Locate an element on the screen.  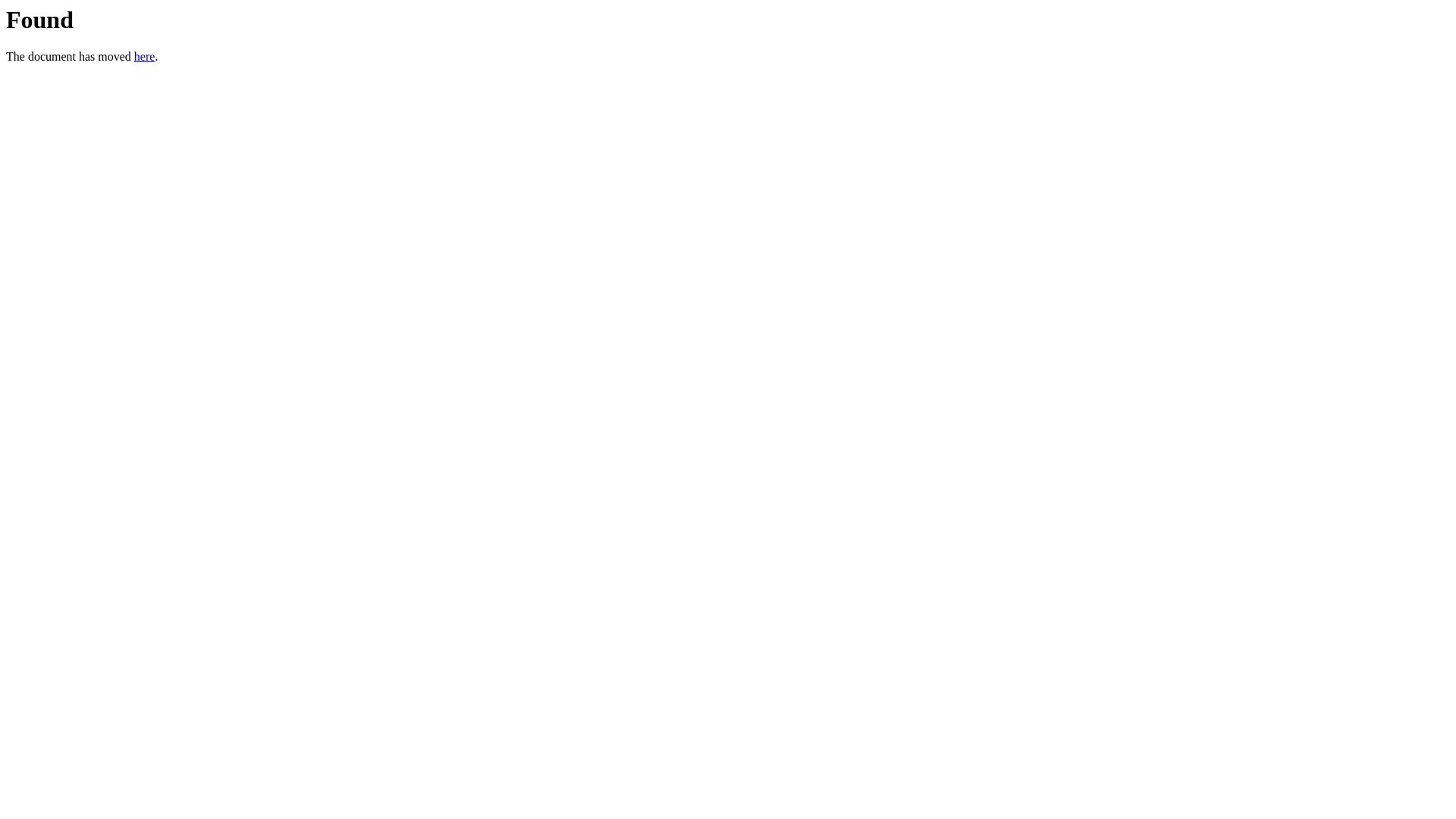
'here' is located at coordinates (134, 55).